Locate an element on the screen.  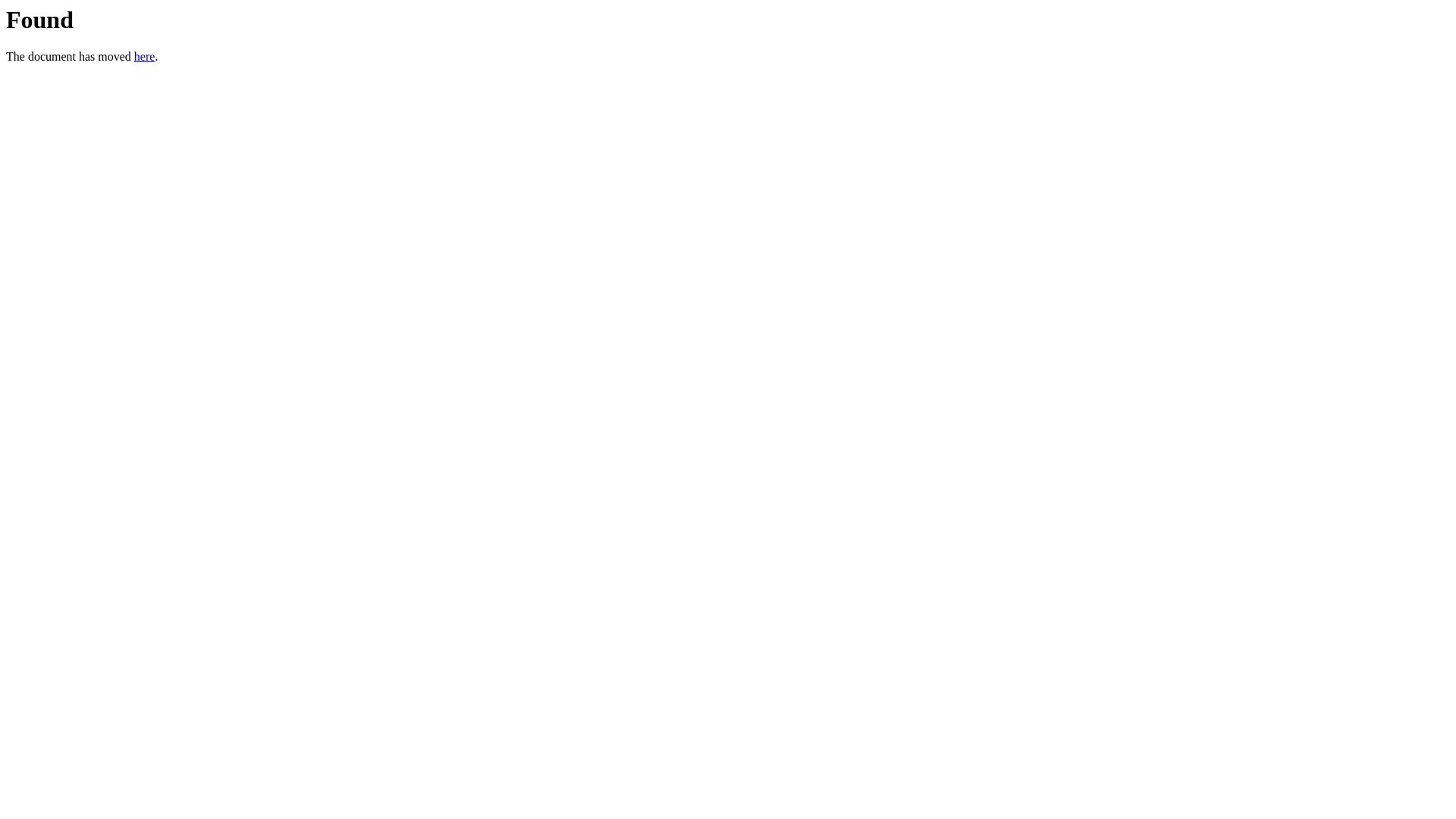
'here' is located at coordinates (134, 55).